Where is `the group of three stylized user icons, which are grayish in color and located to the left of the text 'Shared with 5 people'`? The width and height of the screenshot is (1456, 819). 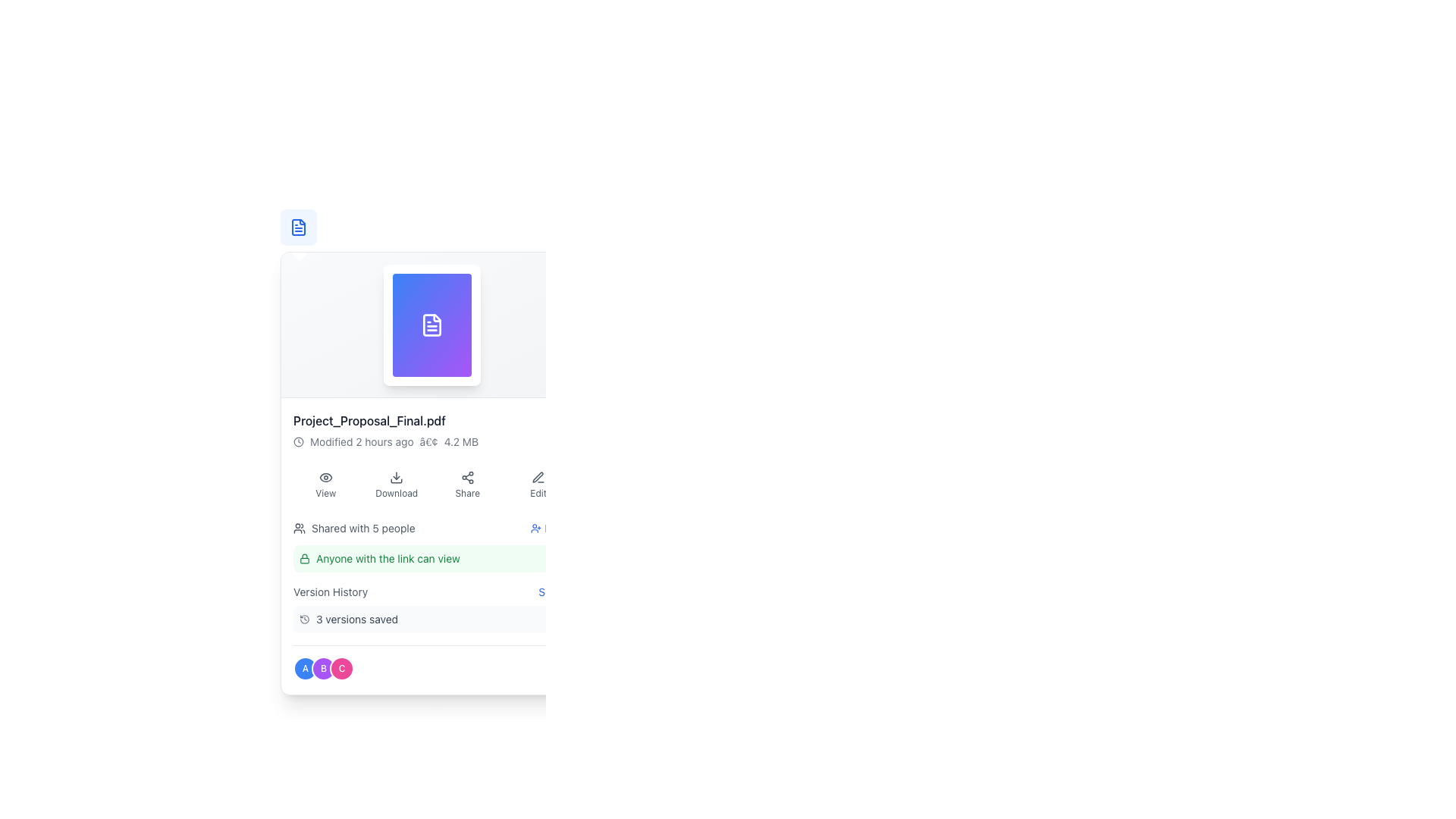 the group of three stylized user icons, which are grayish in color and located to the left of the text 'Shared with 5 people' is located at coordinates (299, 528).